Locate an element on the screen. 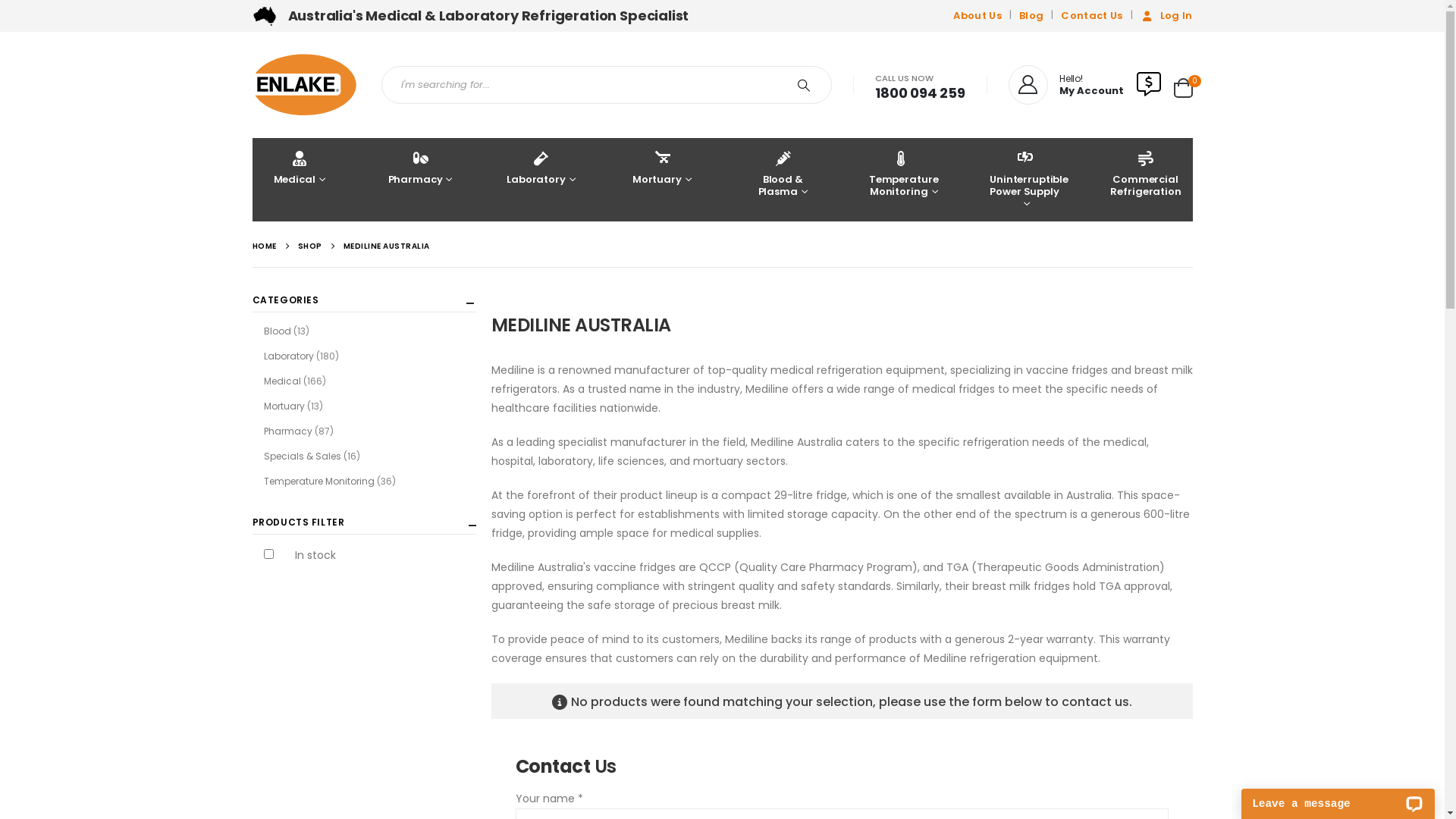 This screenshot has height=819, width=1456. 'Blood & Plasma' is located at coordinates (783, 178).